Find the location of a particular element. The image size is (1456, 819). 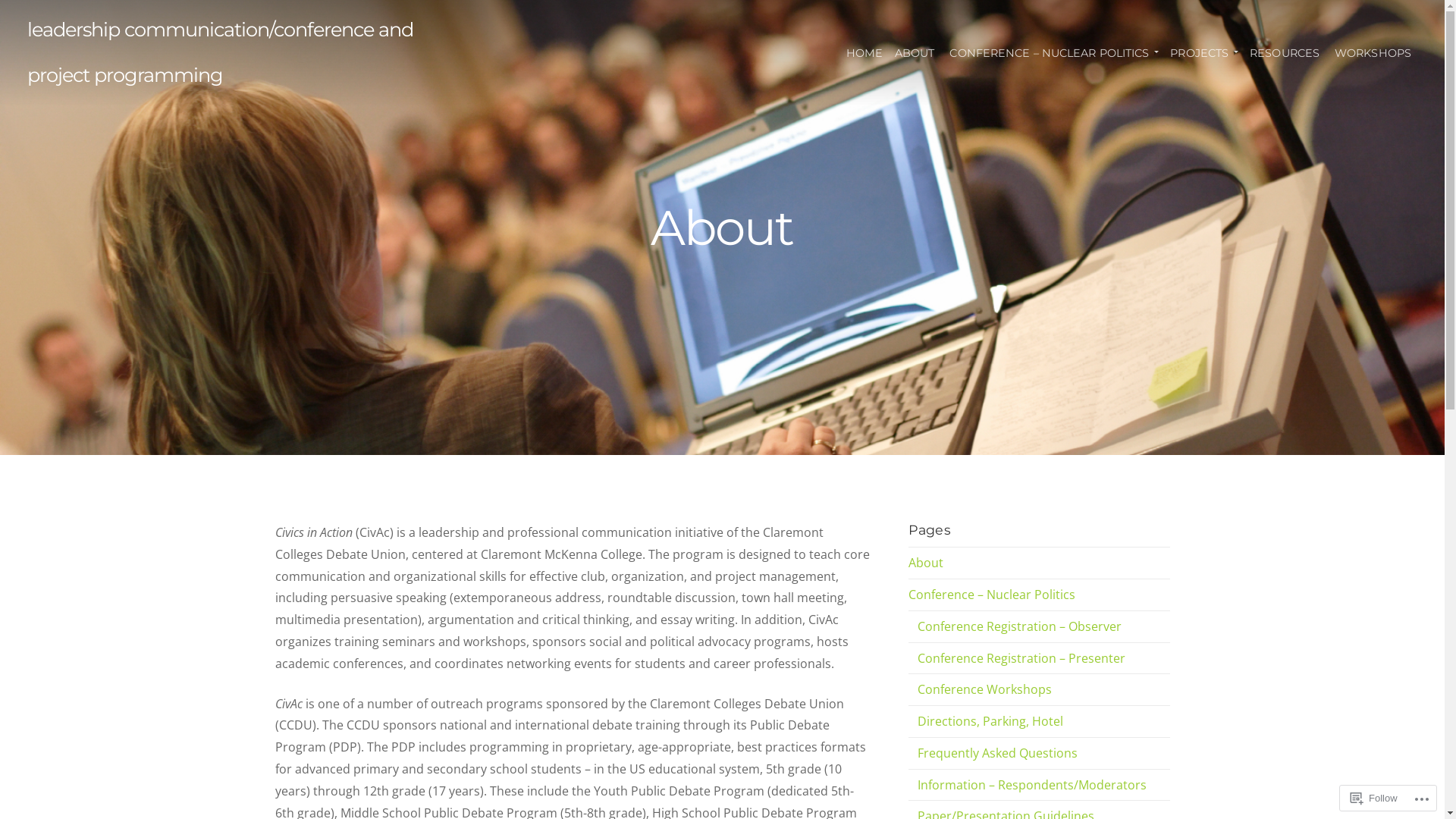

'ABOUT' is located at coordinates (888, 52).